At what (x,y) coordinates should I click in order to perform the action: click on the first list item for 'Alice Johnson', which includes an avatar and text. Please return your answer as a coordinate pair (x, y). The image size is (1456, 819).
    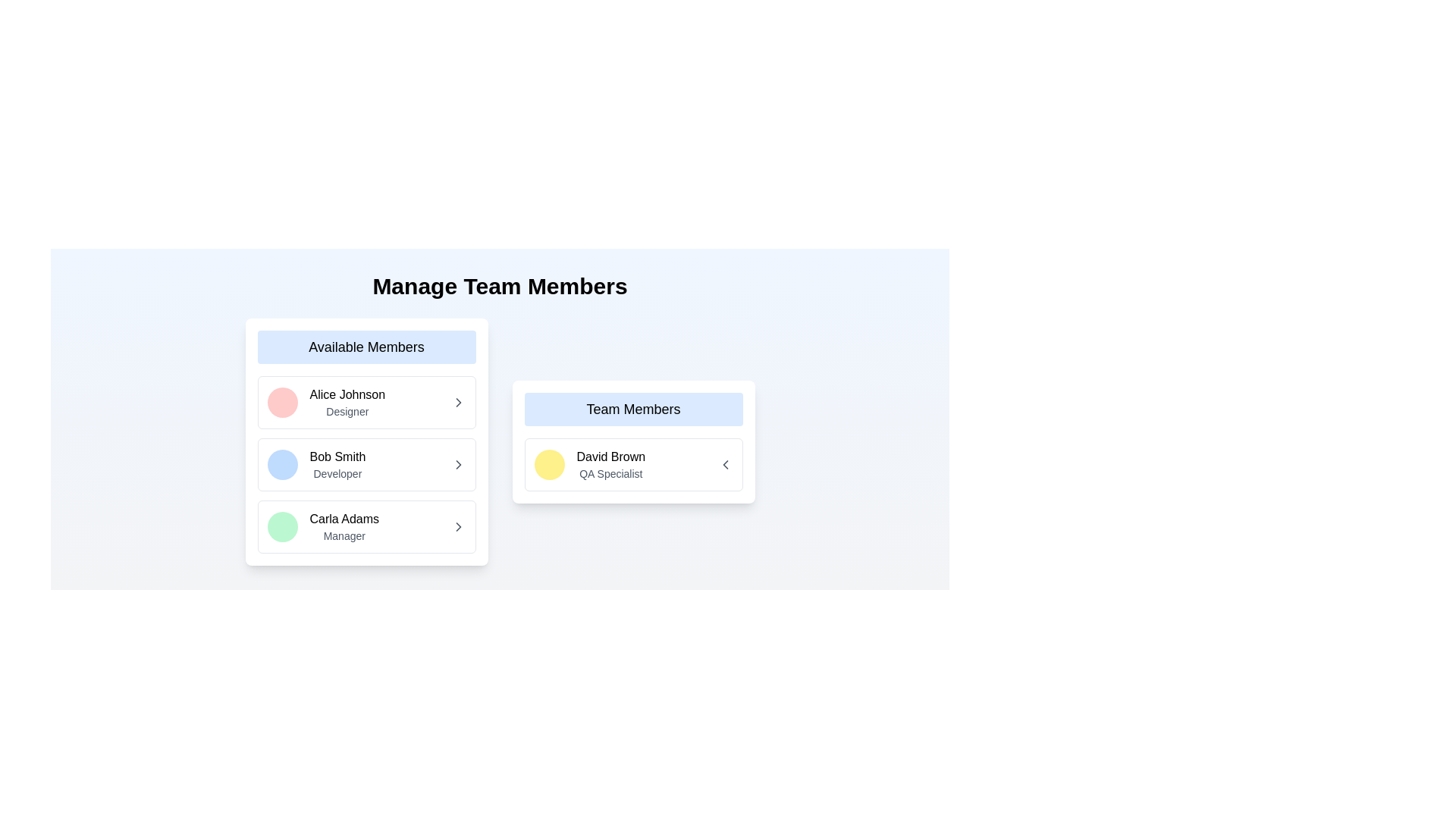
    Looking at the image, I should click on (366, 402).